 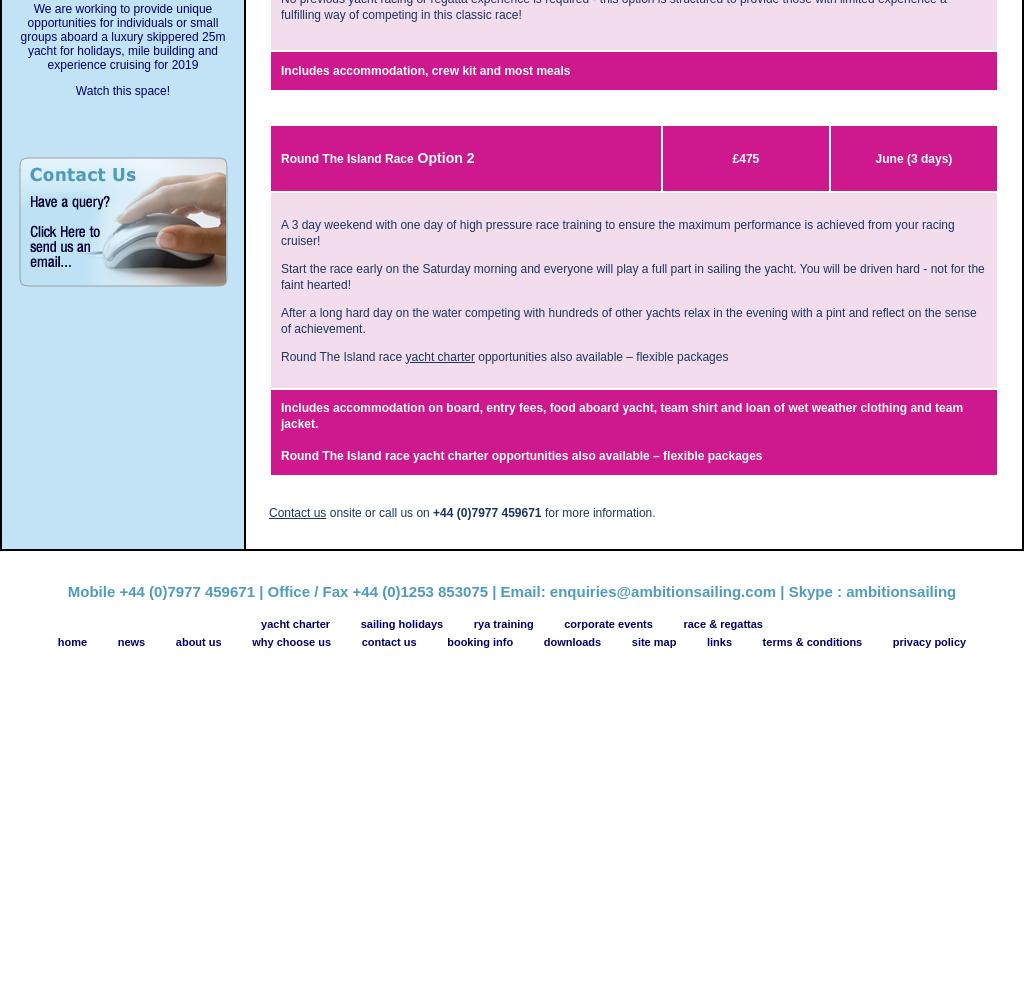 I want to click on 'why choose us', so click(x=291, y=641).